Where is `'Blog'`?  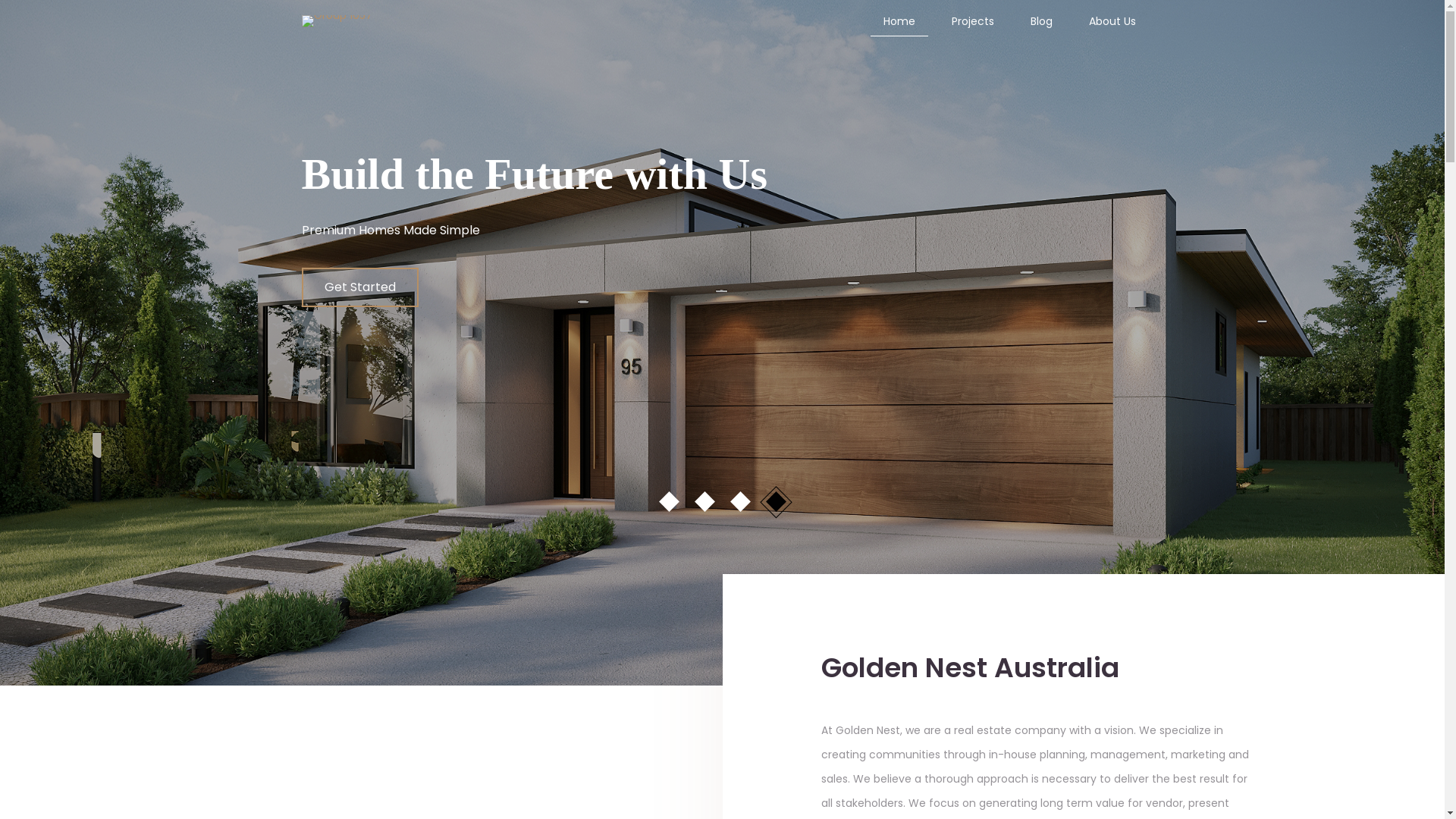 'Blog' is located at coordinates (1040, 20).